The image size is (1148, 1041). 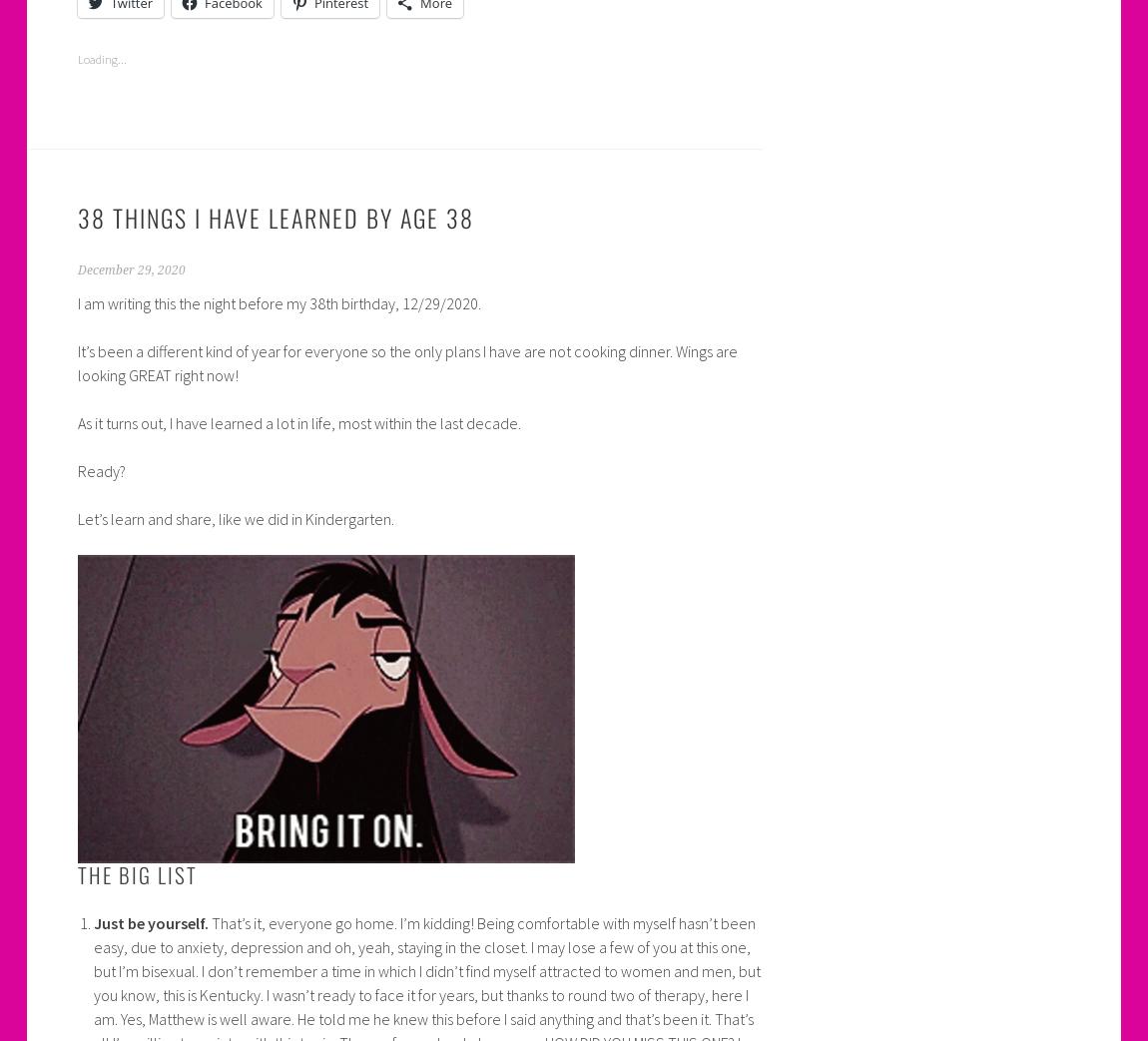 What do you see at coordinates (149, 922) in the screenshot?
I see `'Just be yourself.'` at bounding box center [149, 922].